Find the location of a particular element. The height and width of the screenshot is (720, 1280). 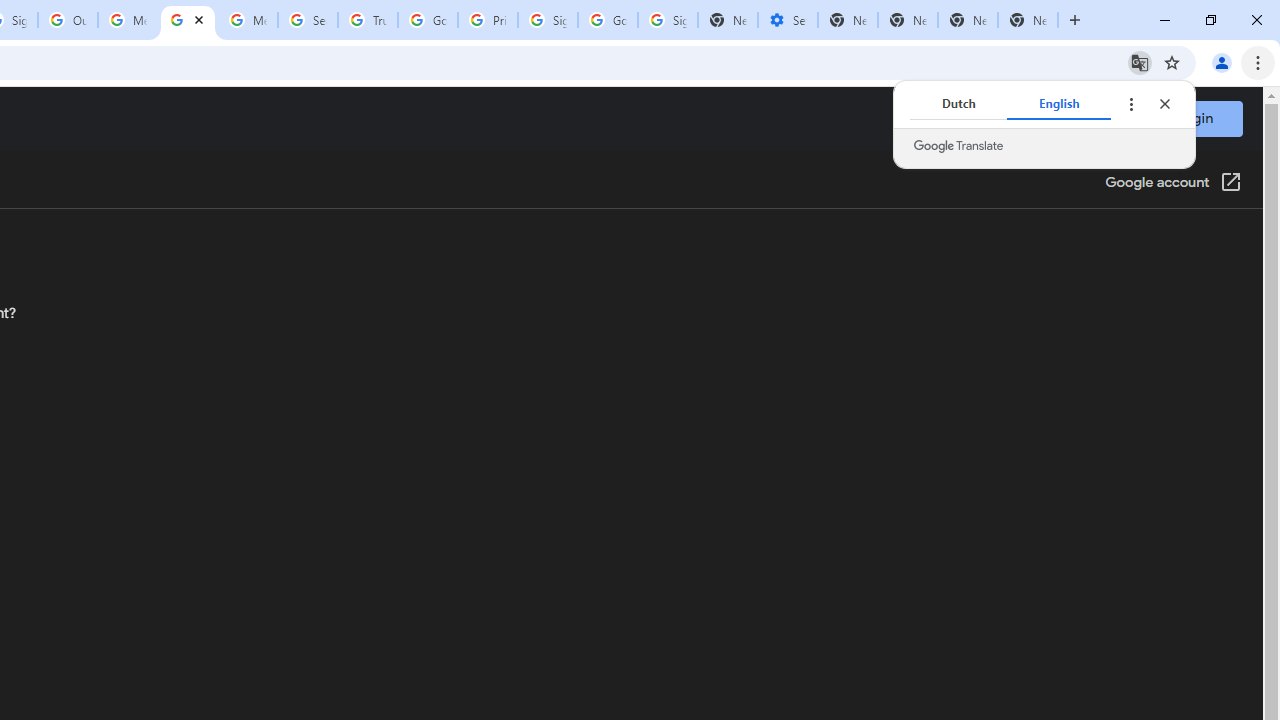

'Translate options' is located at coordinates (1130, 104).